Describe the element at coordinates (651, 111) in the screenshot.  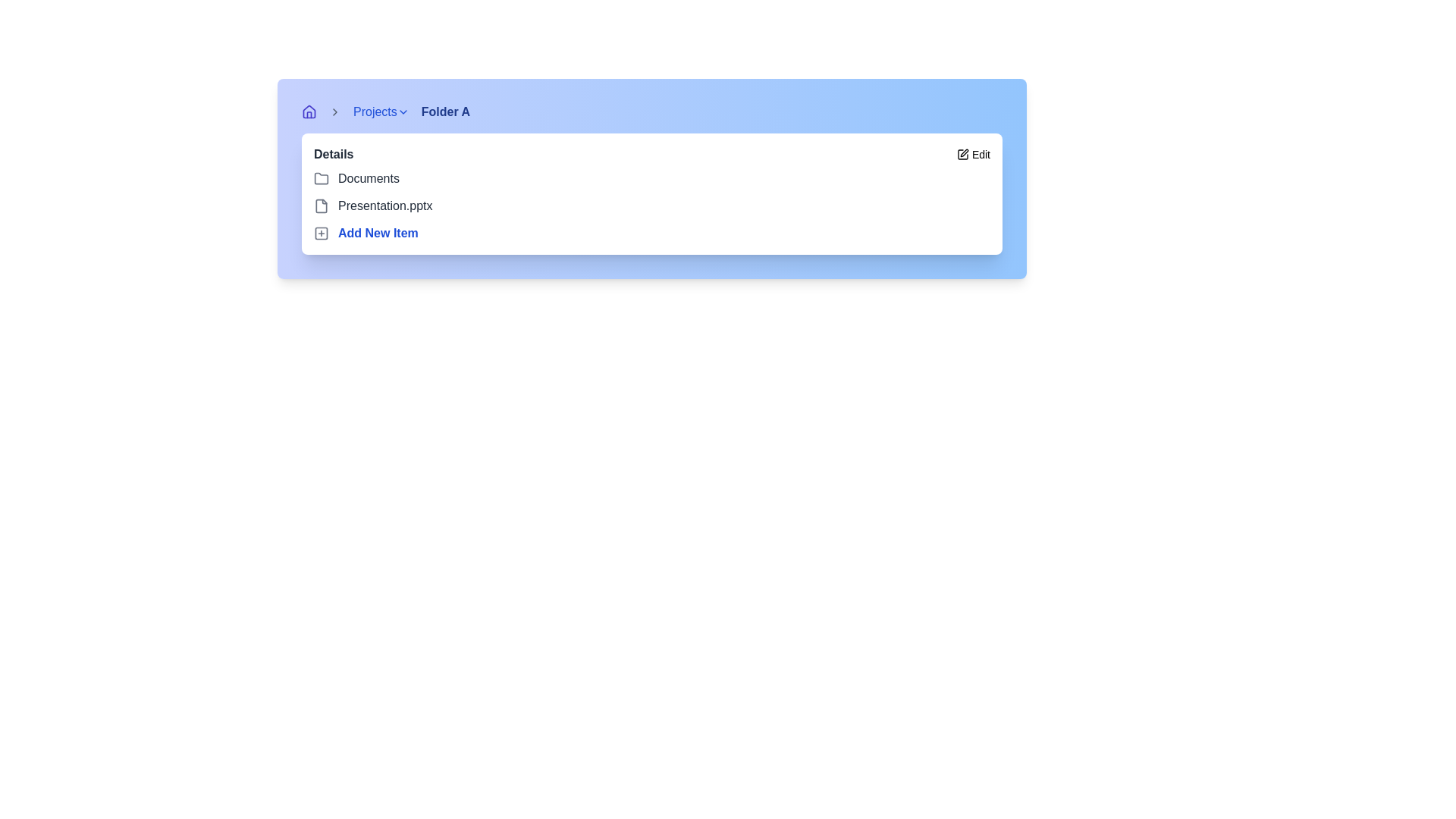
I see `the dropdown indicator of the Breadcrumb Navigation` at that location.